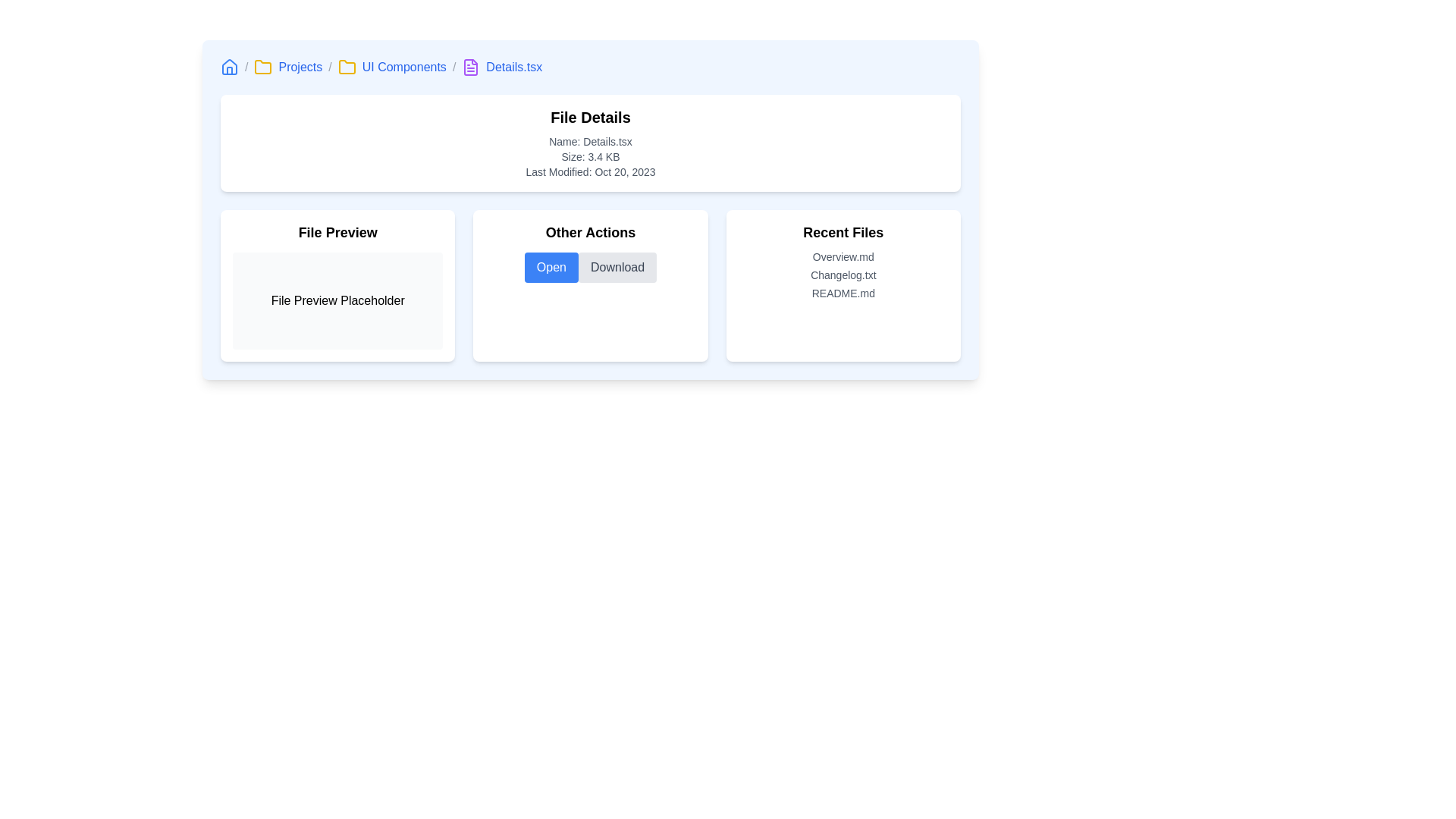 The height and width of the screenshot is (819, 1456). What do you see at coordinates (589, 116) in the screenshot?
I see `the bold text label reading 'File Details' at the top of the card section` at bounding box center [589, 116].